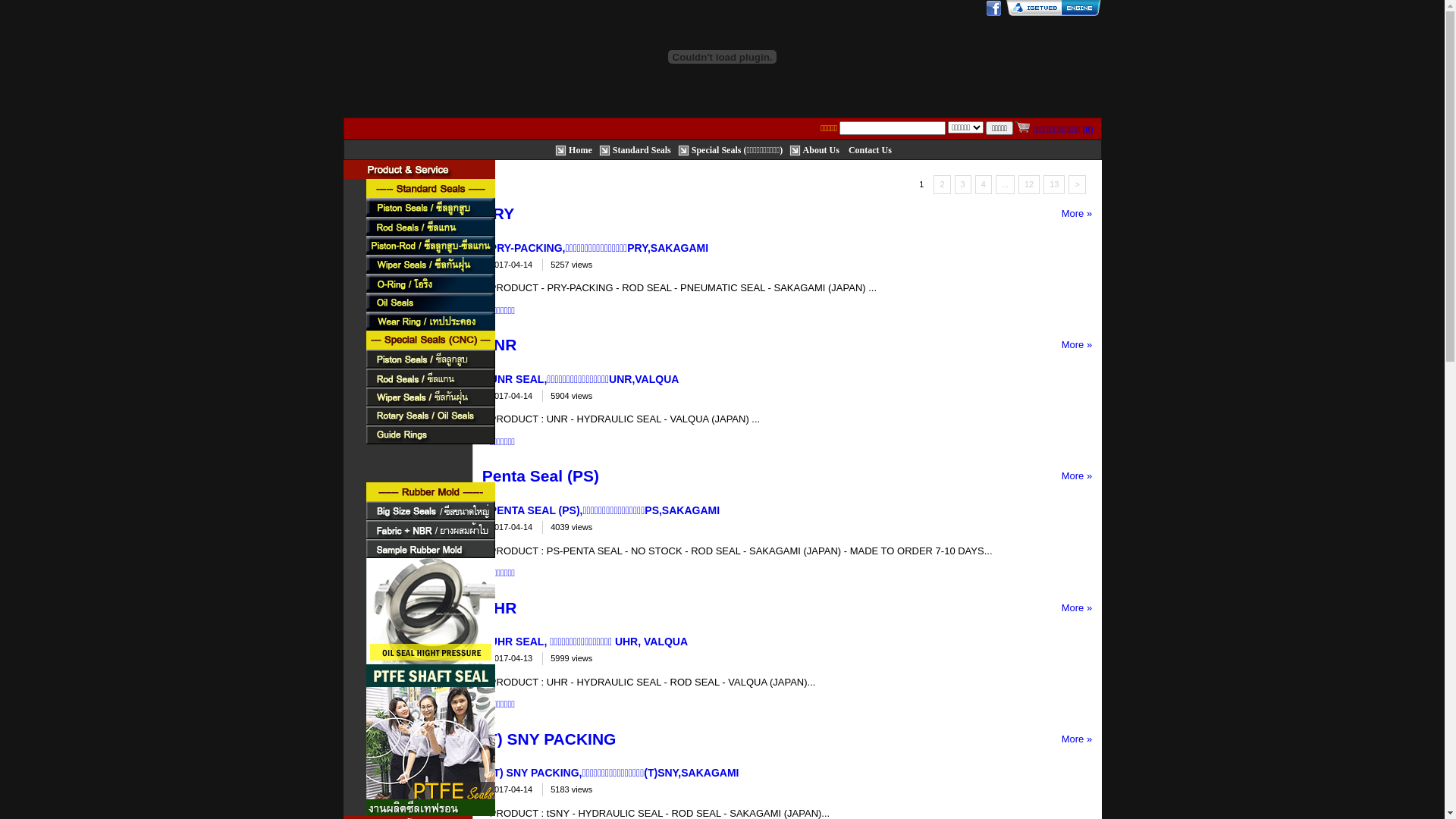 This screenshot has width=1456, height=819. I want to click on ' About Us ', so click(789, 149).